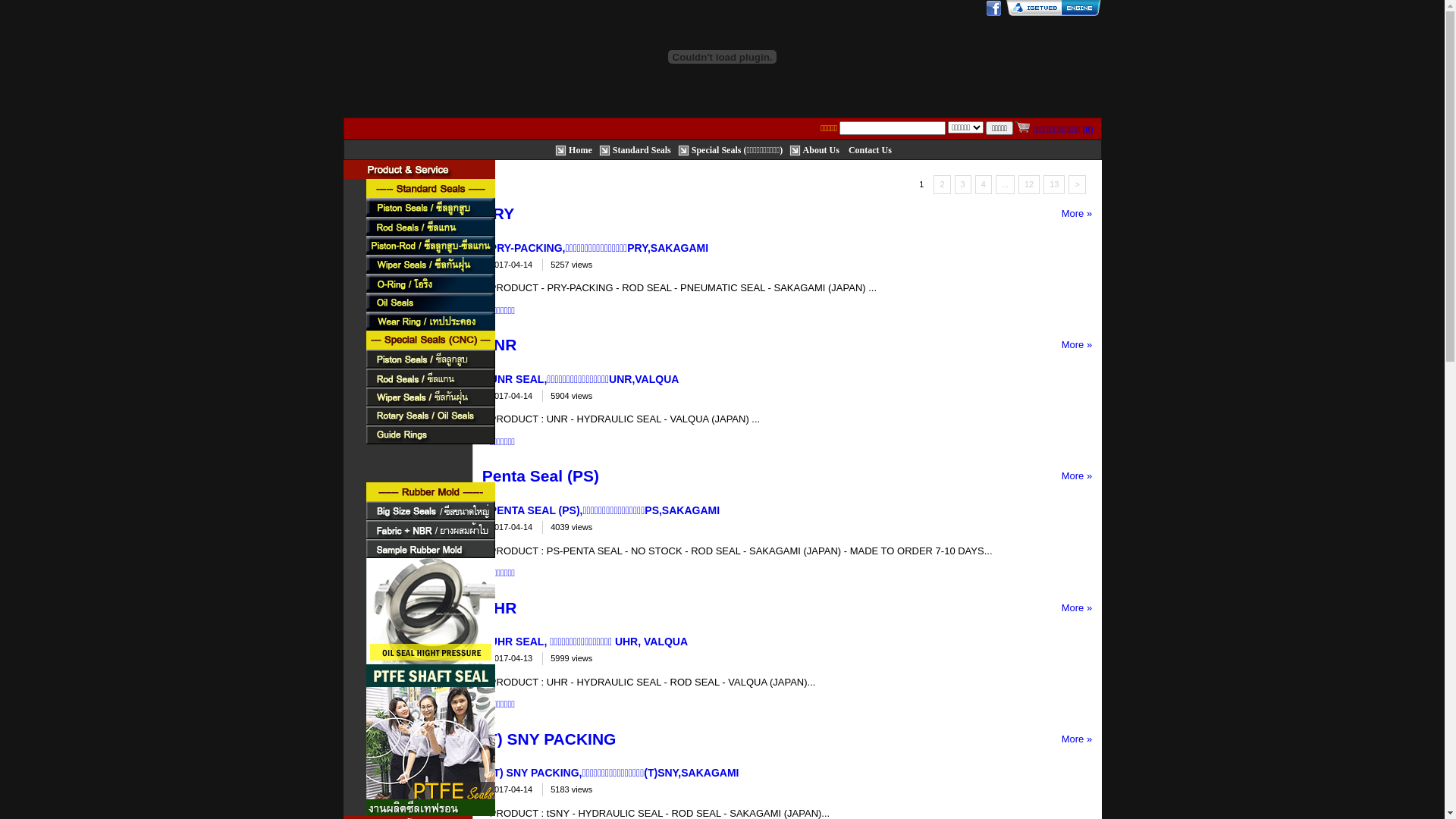 This screenshot has width=1456, height=819. I want to click on ' About Us ', so click(789, 149).